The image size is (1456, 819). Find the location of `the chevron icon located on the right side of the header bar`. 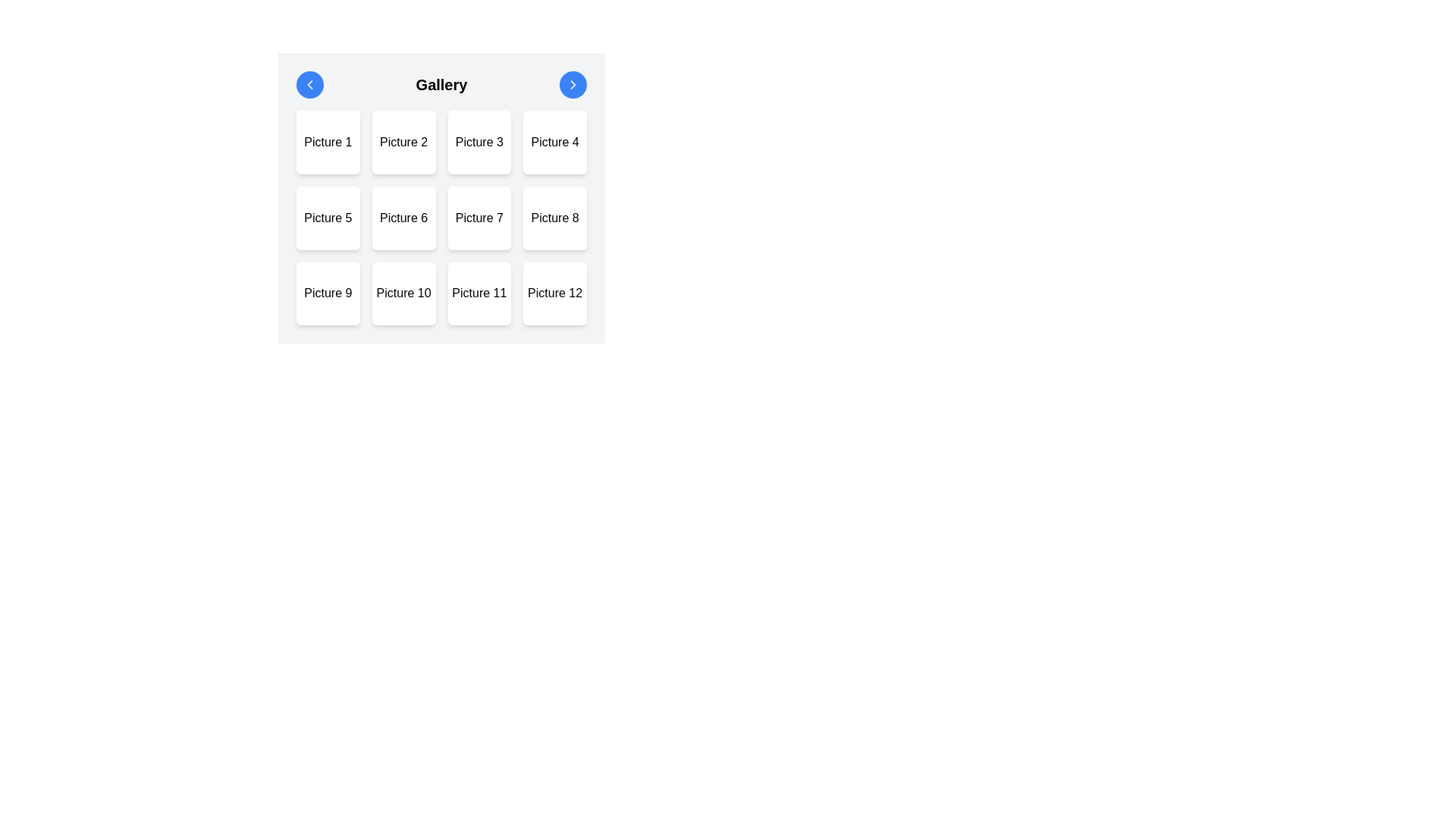

the chevron icon located on the right side of the header bar is located at coordinates (572, 84).